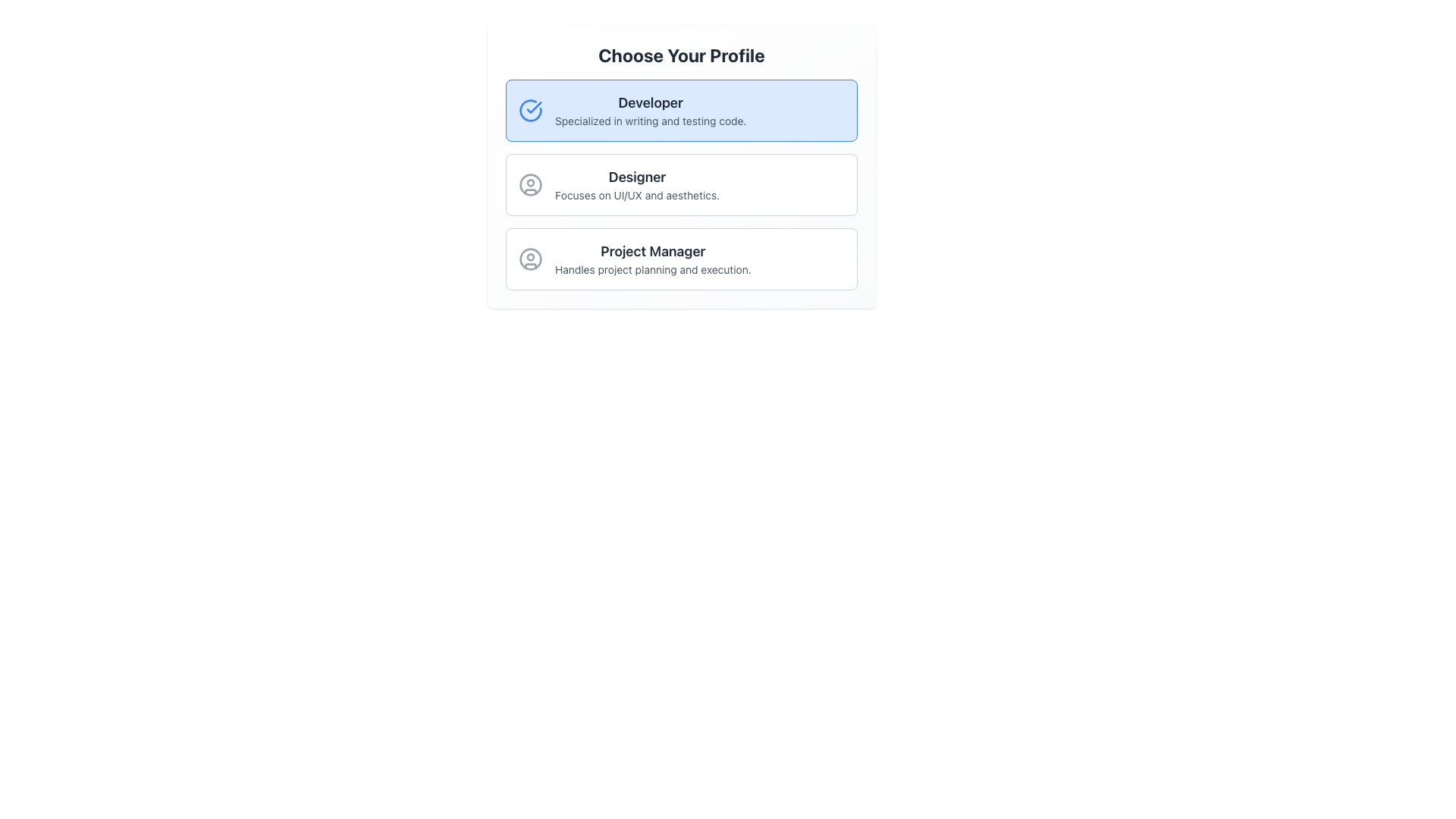 Image resolution: width=1456 pixels, height=819 pixels. What do you see at coordinates (653, 268) in the screenshot?
I see `descriptive text label providing information about the 'Project Manager' role, located beneath the bold title in the profile options list` at bounding box center [653, 268].